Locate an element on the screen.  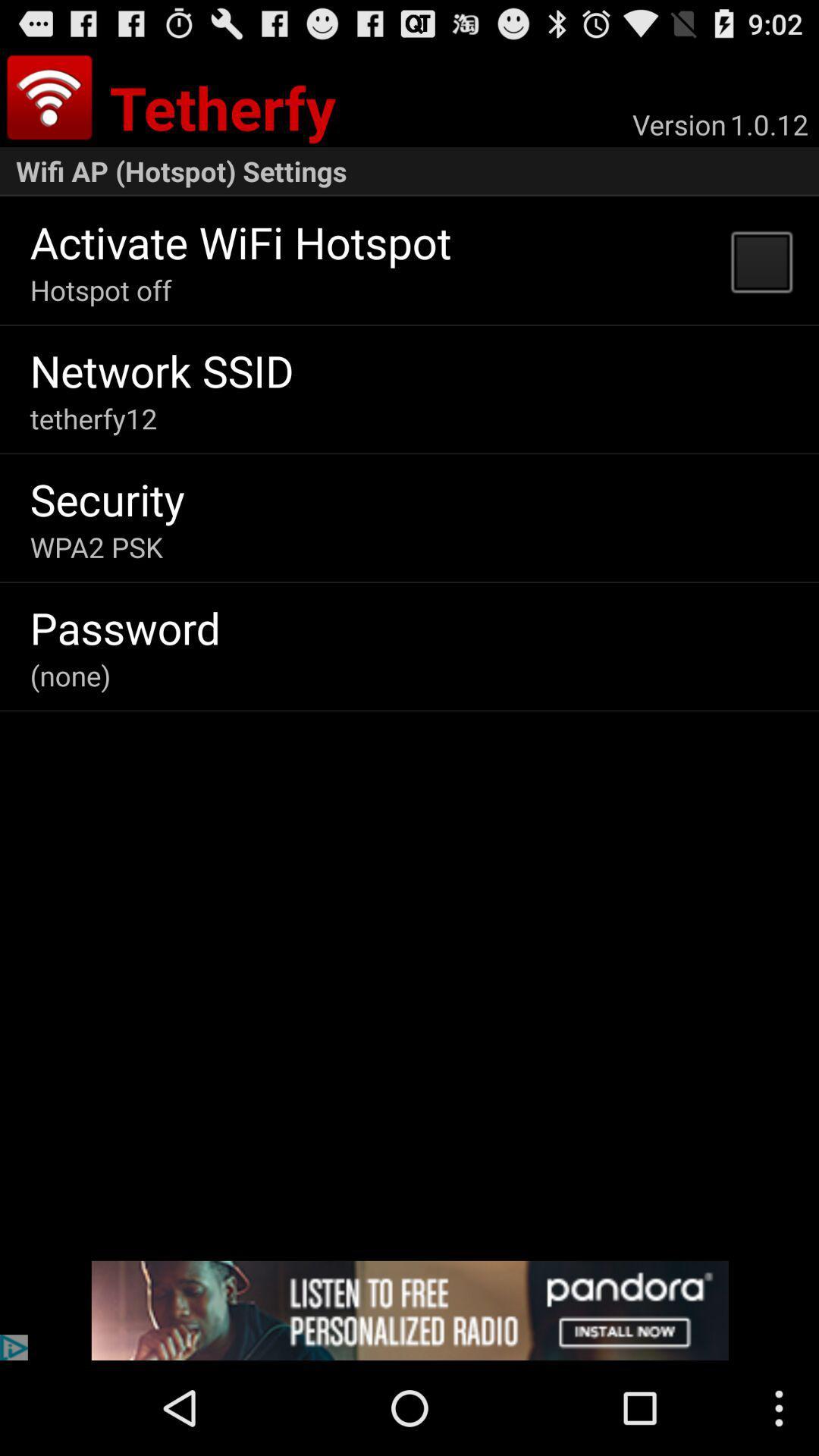
the network ssid is located at coordinates (162, 370).